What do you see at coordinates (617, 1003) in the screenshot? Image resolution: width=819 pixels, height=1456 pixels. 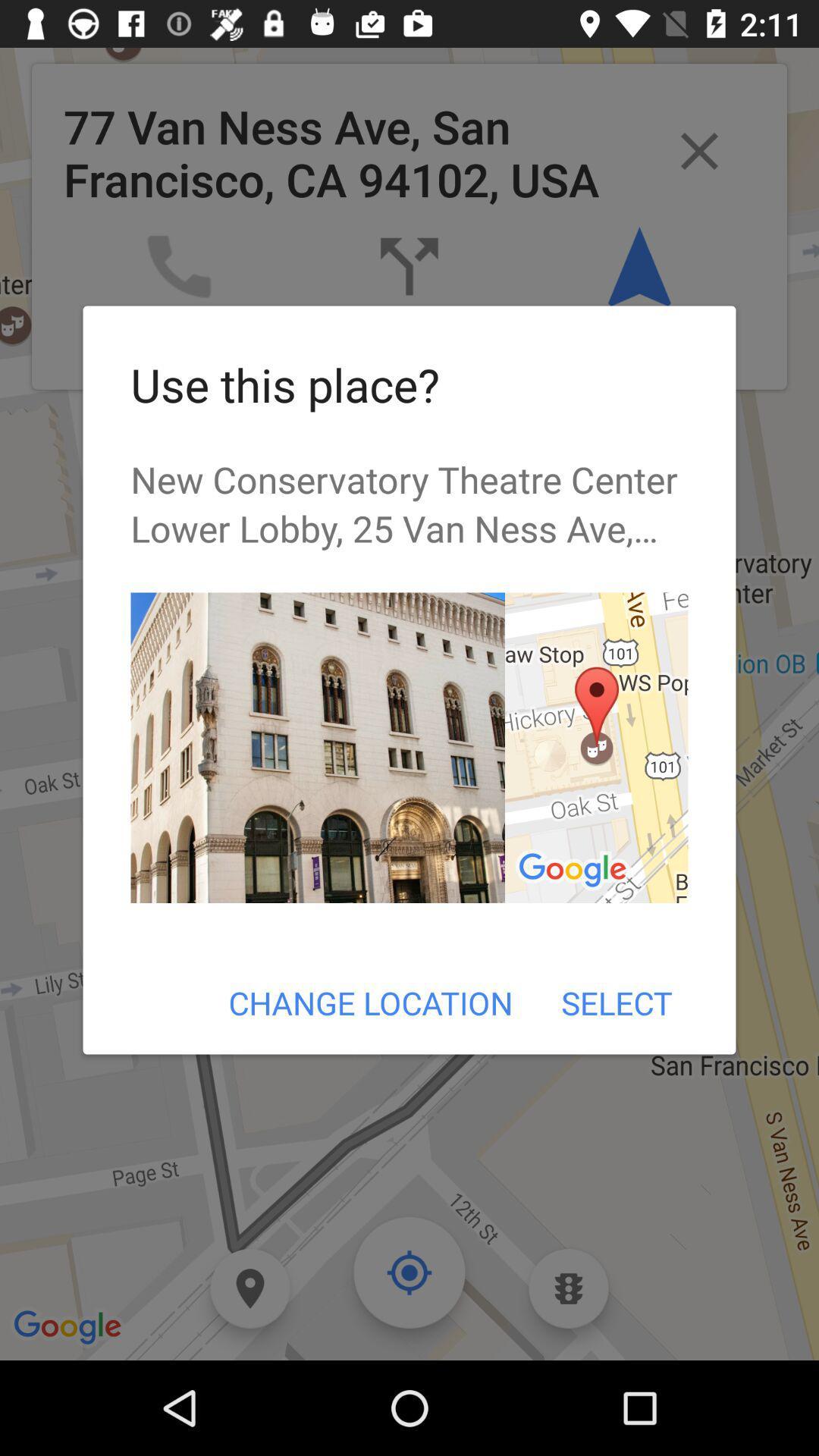 I see `select item` at bounding box center [617, 1003].